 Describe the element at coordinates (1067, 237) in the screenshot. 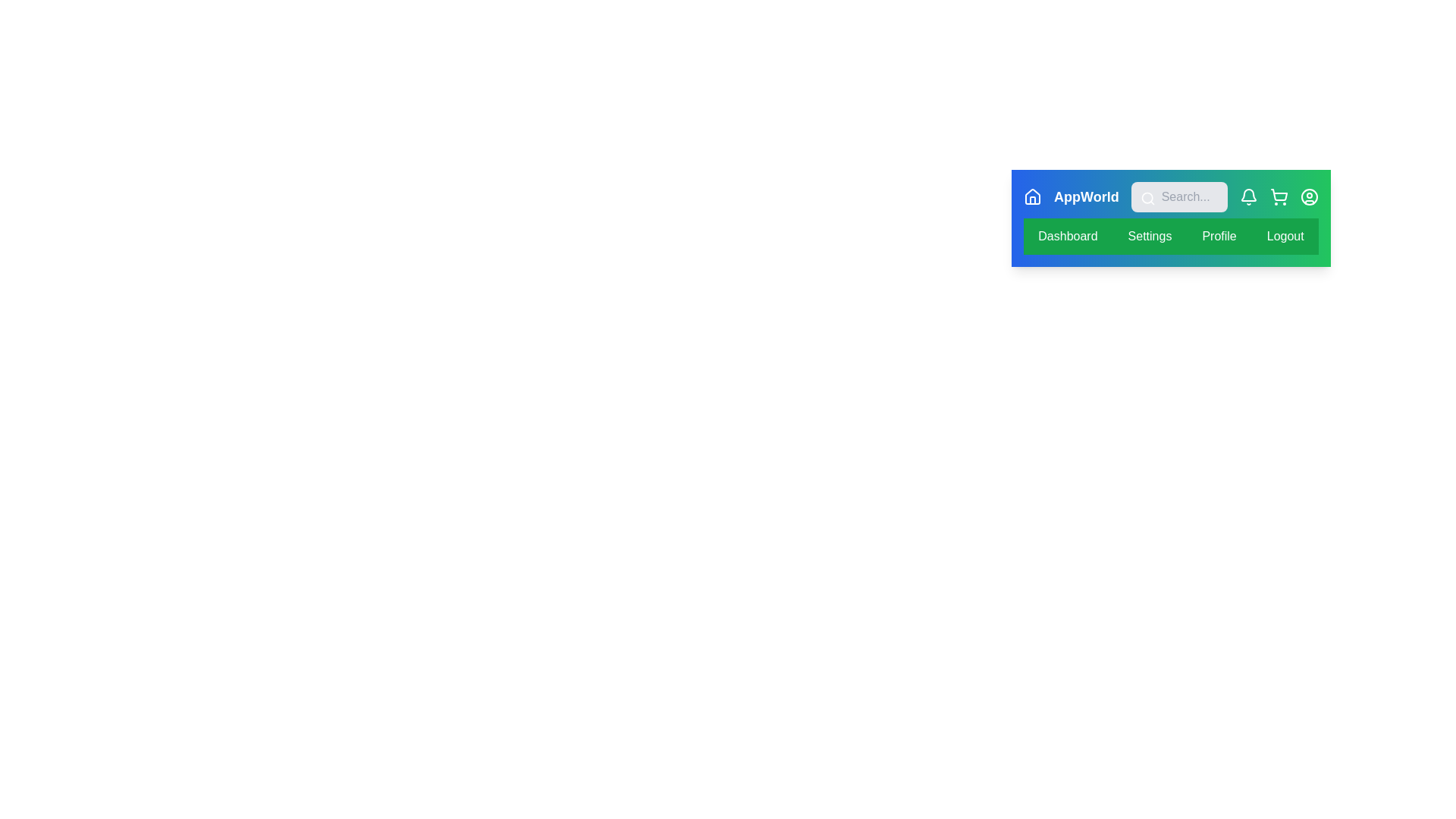

I see `the navigation item Dashboard to navigate to the corresponding section` at that location.